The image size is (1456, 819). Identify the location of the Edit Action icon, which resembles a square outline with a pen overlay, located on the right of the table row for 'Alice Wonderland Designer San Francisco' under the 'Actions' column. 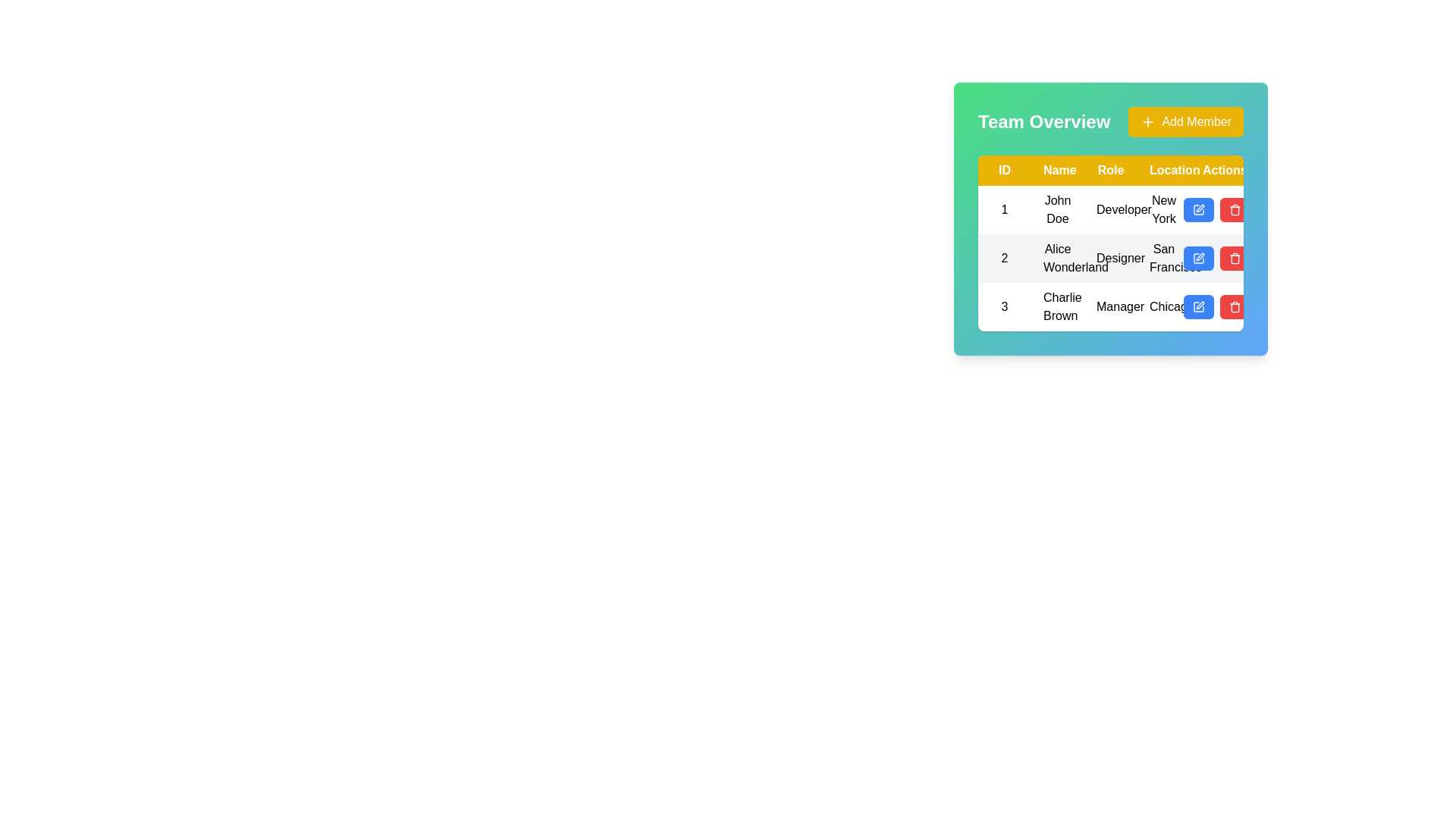
(1197, 257).